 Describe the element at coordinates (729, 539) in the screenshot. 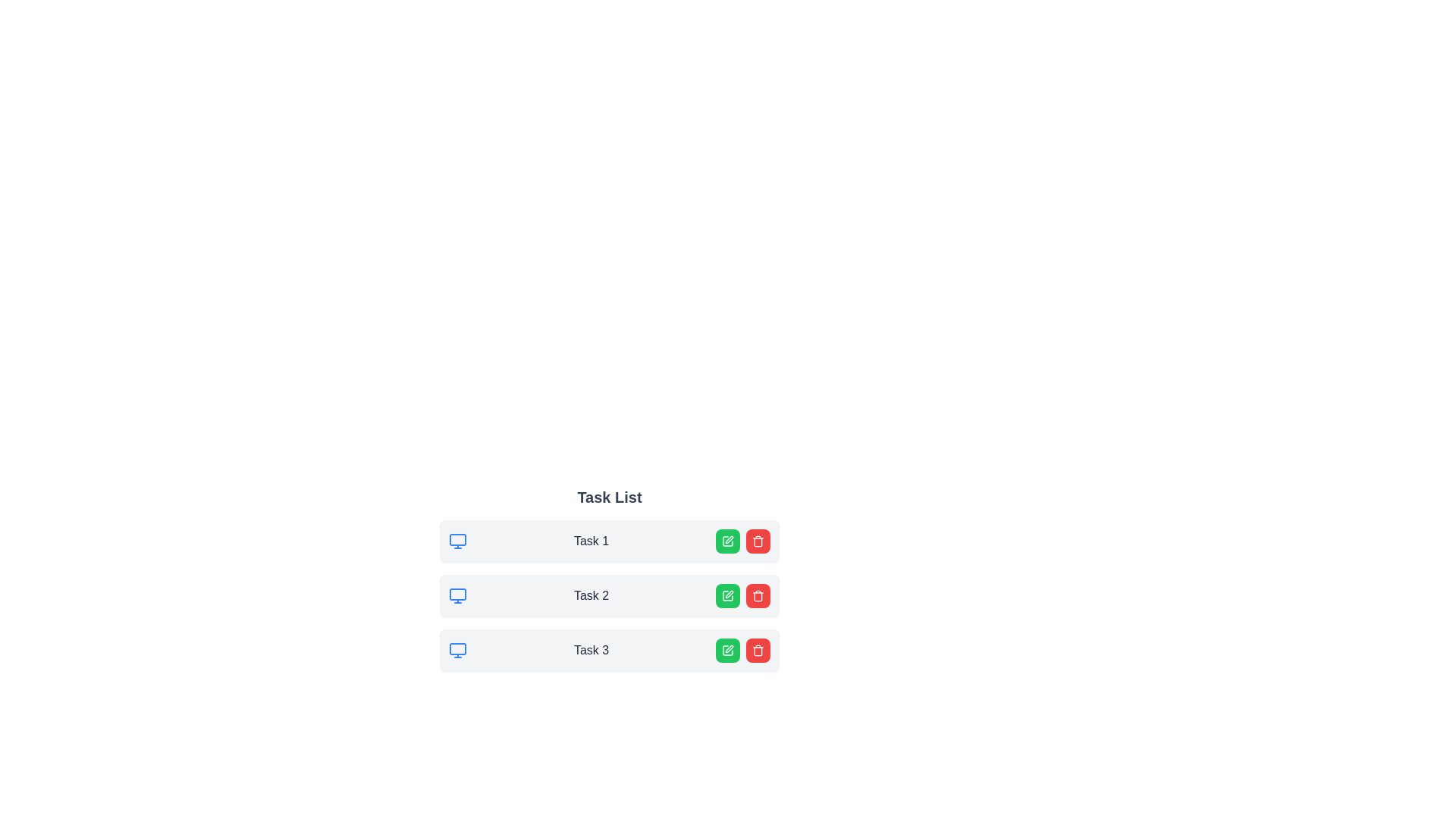

I see `the stylized pen icon button located at the far right of the first row in the task list interface, adjacent to the delete icon and aligned with 'Task 1'` at that location.